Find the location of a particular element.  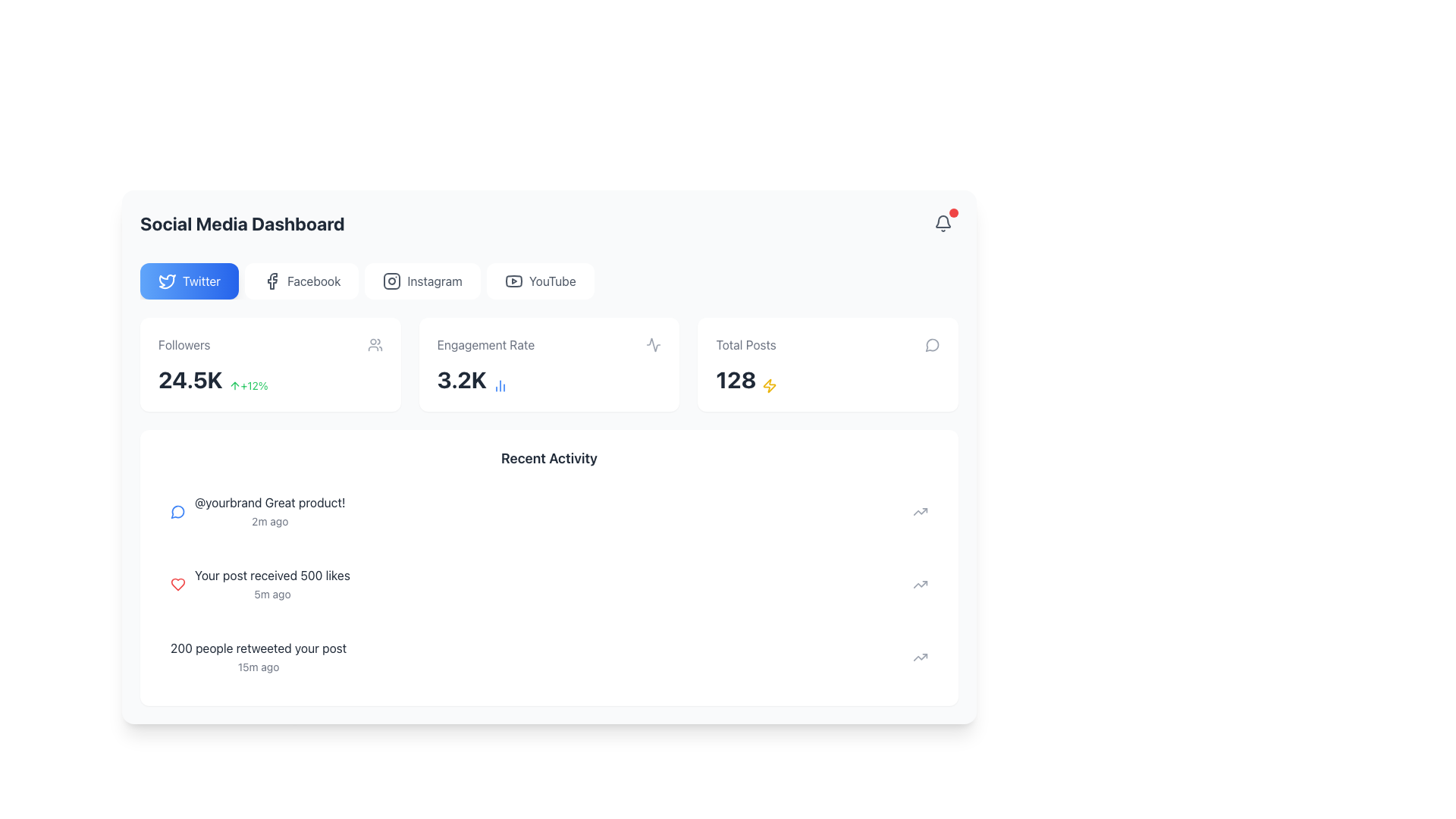

the upward arrow icon indicating a positive growth trend in the 'Followers' section, located next to the '+12%' text is located at coordinates (234, 385).